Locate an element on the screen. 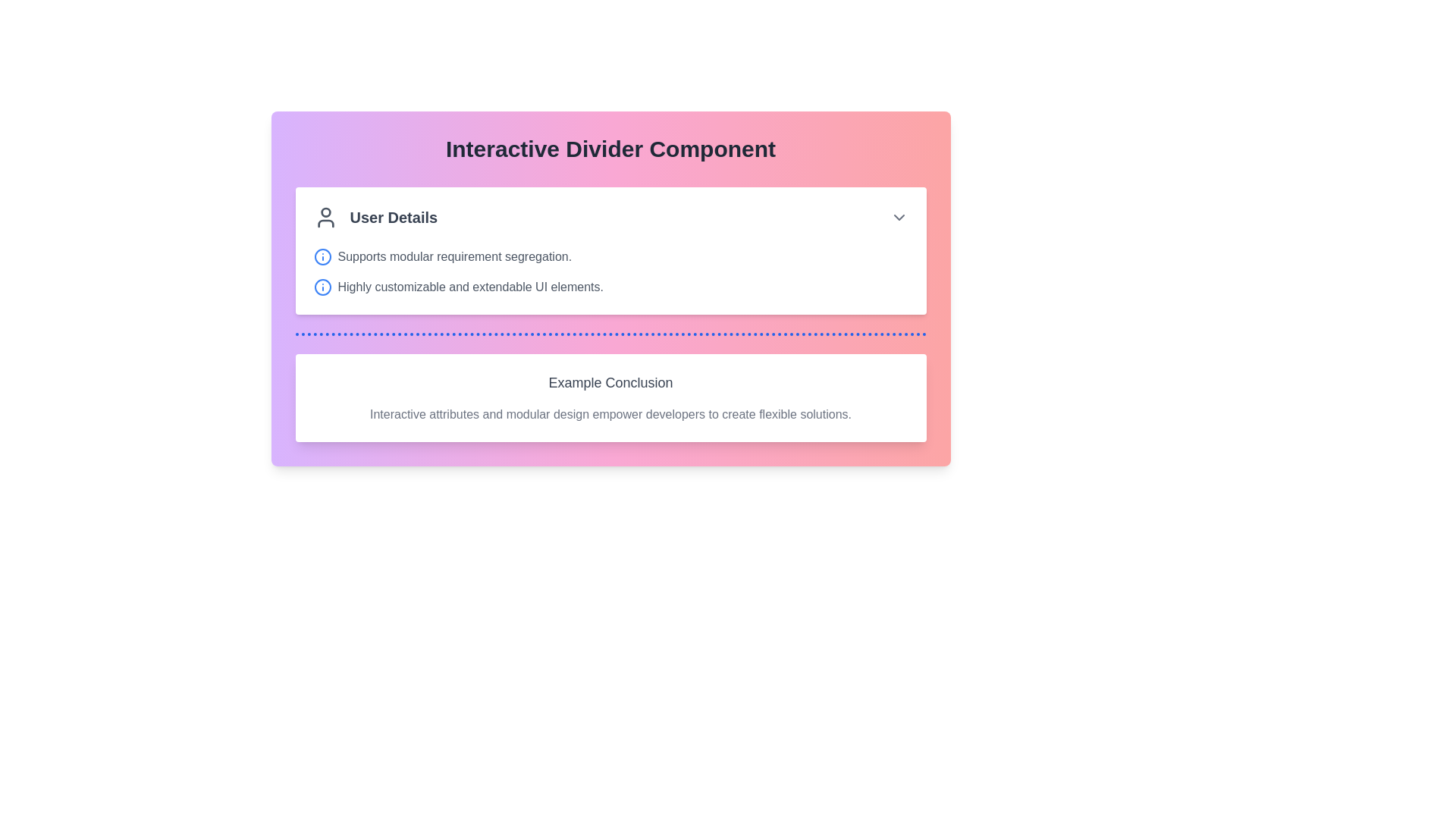 The height and width of the screenshot is (819, 1456). the static text block that states 'Interactive attributes and modular design empower developers to create flexible solutions.', located below the heading 'Example Conclusion' is located at coordinates (610, 415).